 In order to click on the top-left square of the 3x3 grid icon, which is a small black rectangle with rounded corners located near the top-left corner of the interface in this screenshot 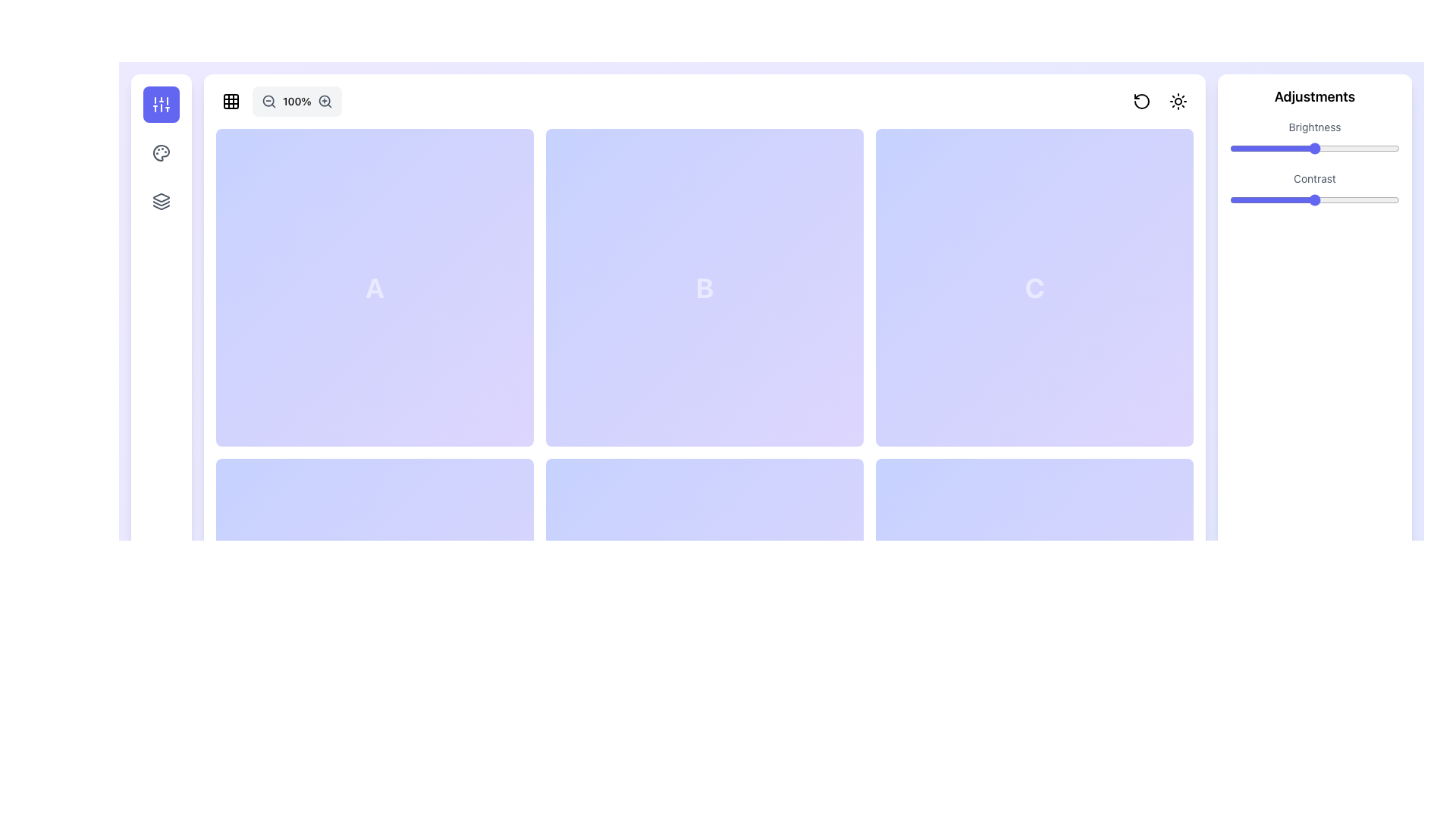, I will do `click(231, 102)`.